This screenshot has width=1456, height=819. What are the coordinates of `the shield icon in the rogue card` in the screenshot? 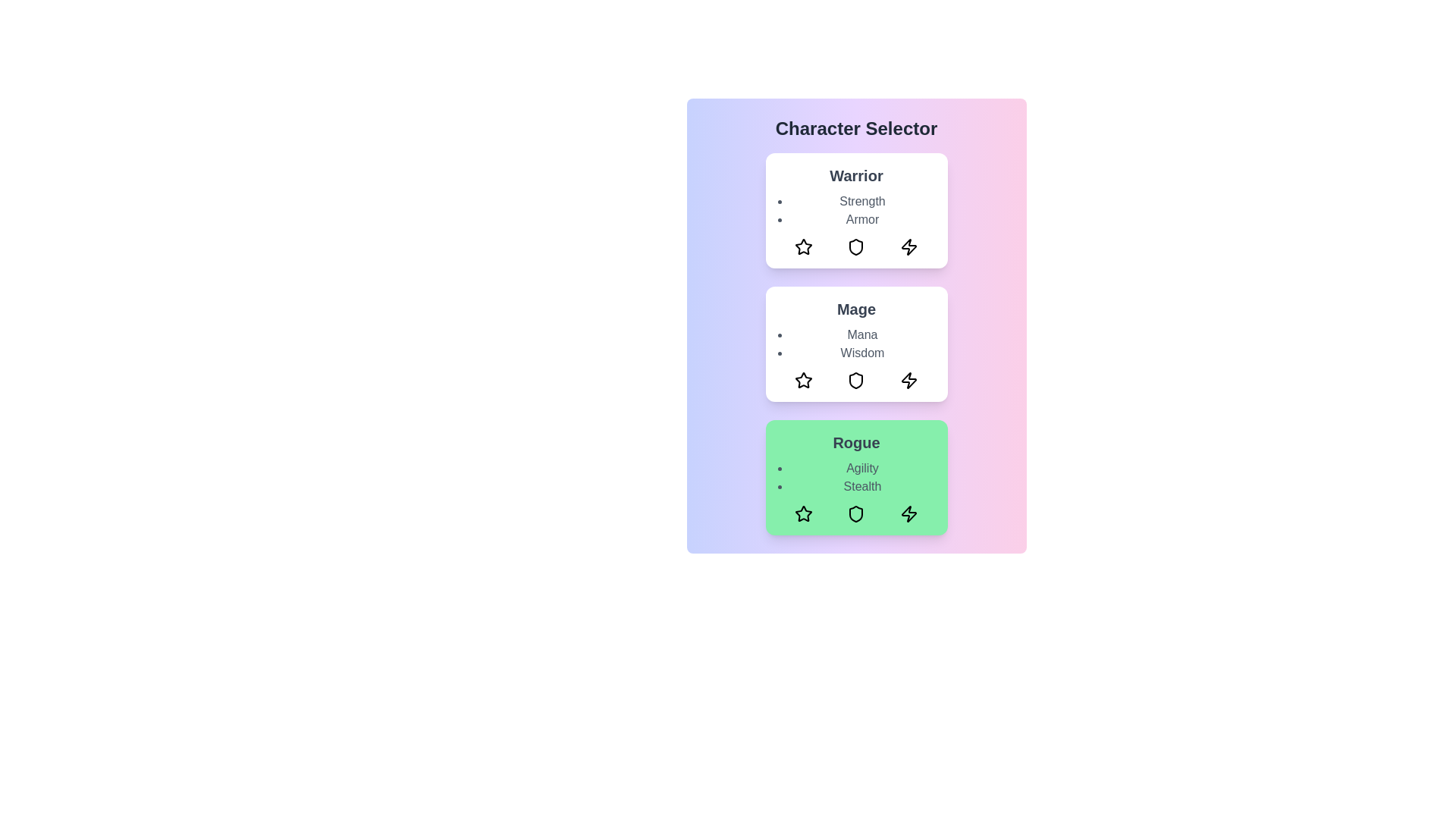 It's located at (856, 513).